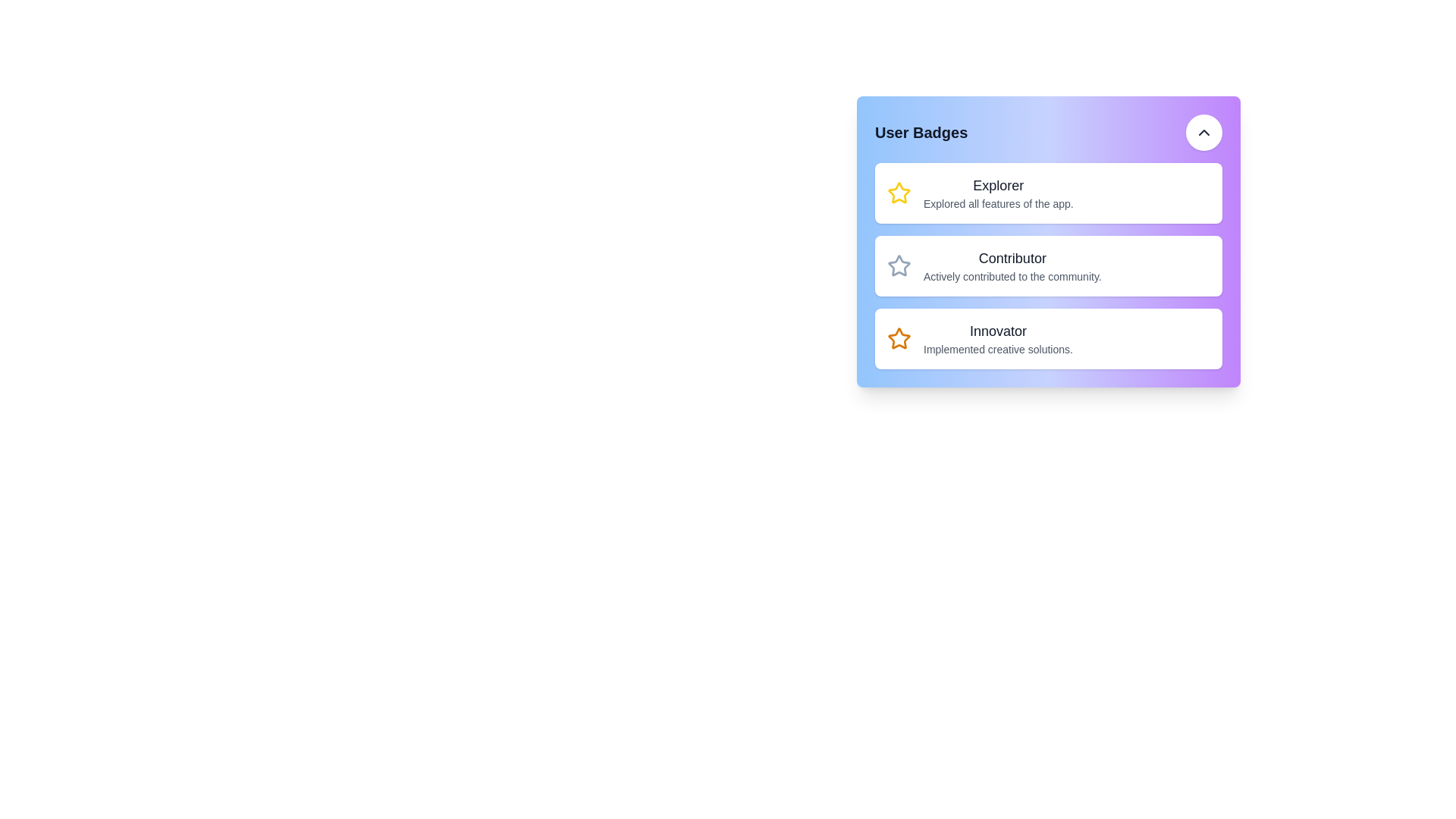  I want to click on the text label displaying 'Innovator' with the description 'Implemented creative solutions.' located in the User Badges component, specifically in the third row of vertically stacked badge entries, so click(998, 338).